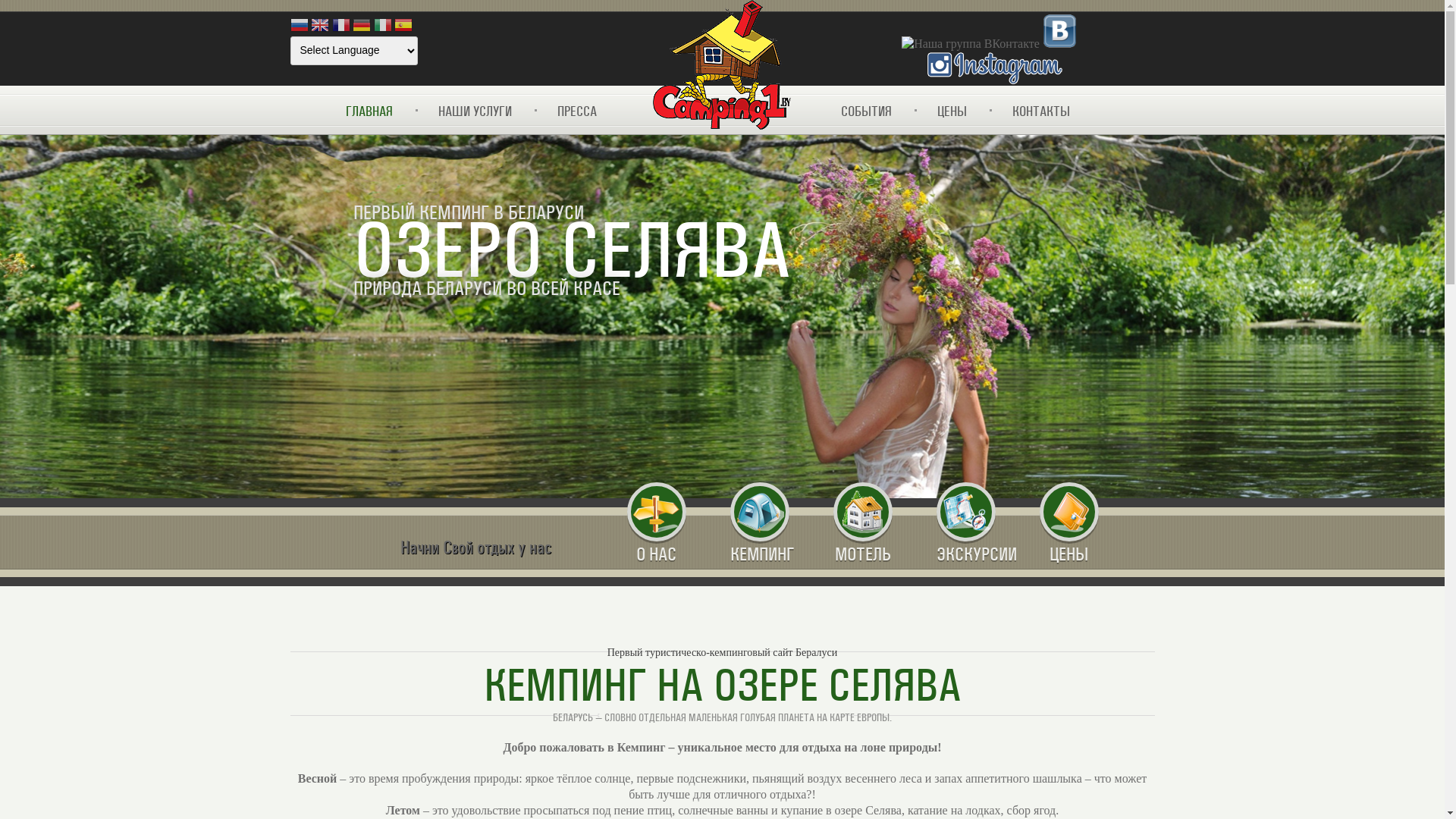 This screenshot has width=1456, height=819. I want to click on 'Logo', so click(720, 65).